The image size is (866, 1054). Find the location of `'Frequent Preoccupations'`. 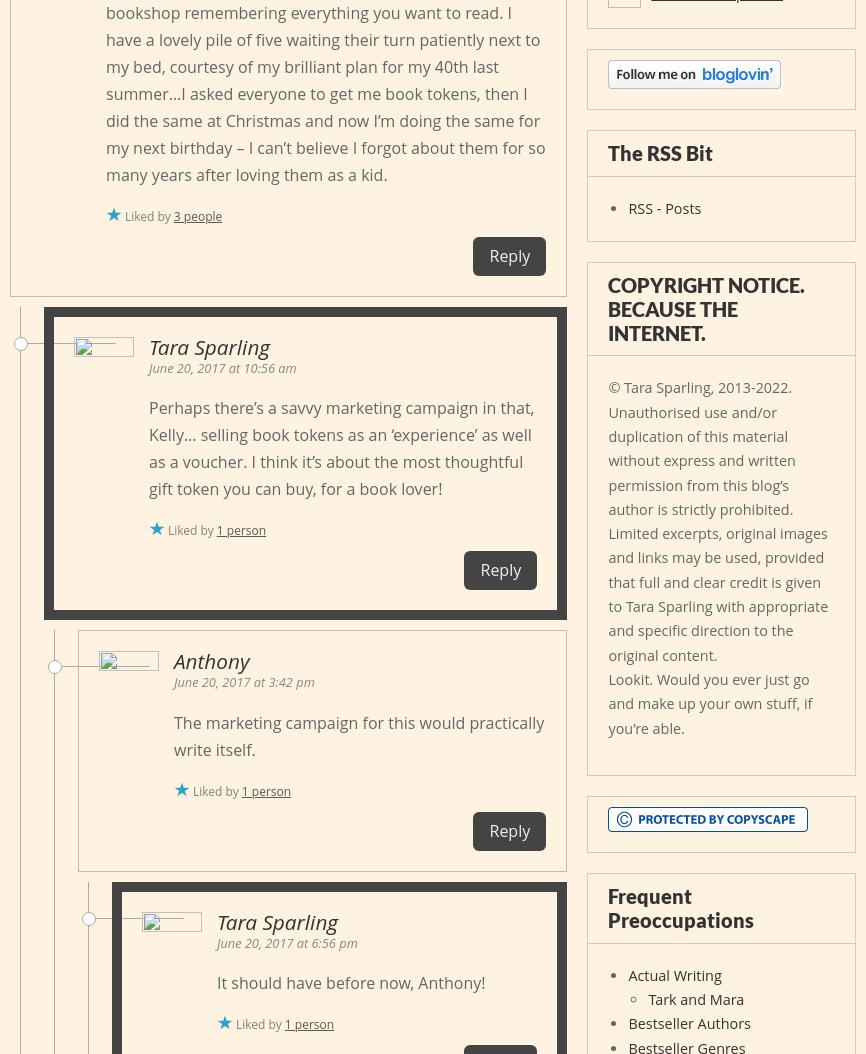

'Frequent Preoccupations' is located at coordinates (680, 907).